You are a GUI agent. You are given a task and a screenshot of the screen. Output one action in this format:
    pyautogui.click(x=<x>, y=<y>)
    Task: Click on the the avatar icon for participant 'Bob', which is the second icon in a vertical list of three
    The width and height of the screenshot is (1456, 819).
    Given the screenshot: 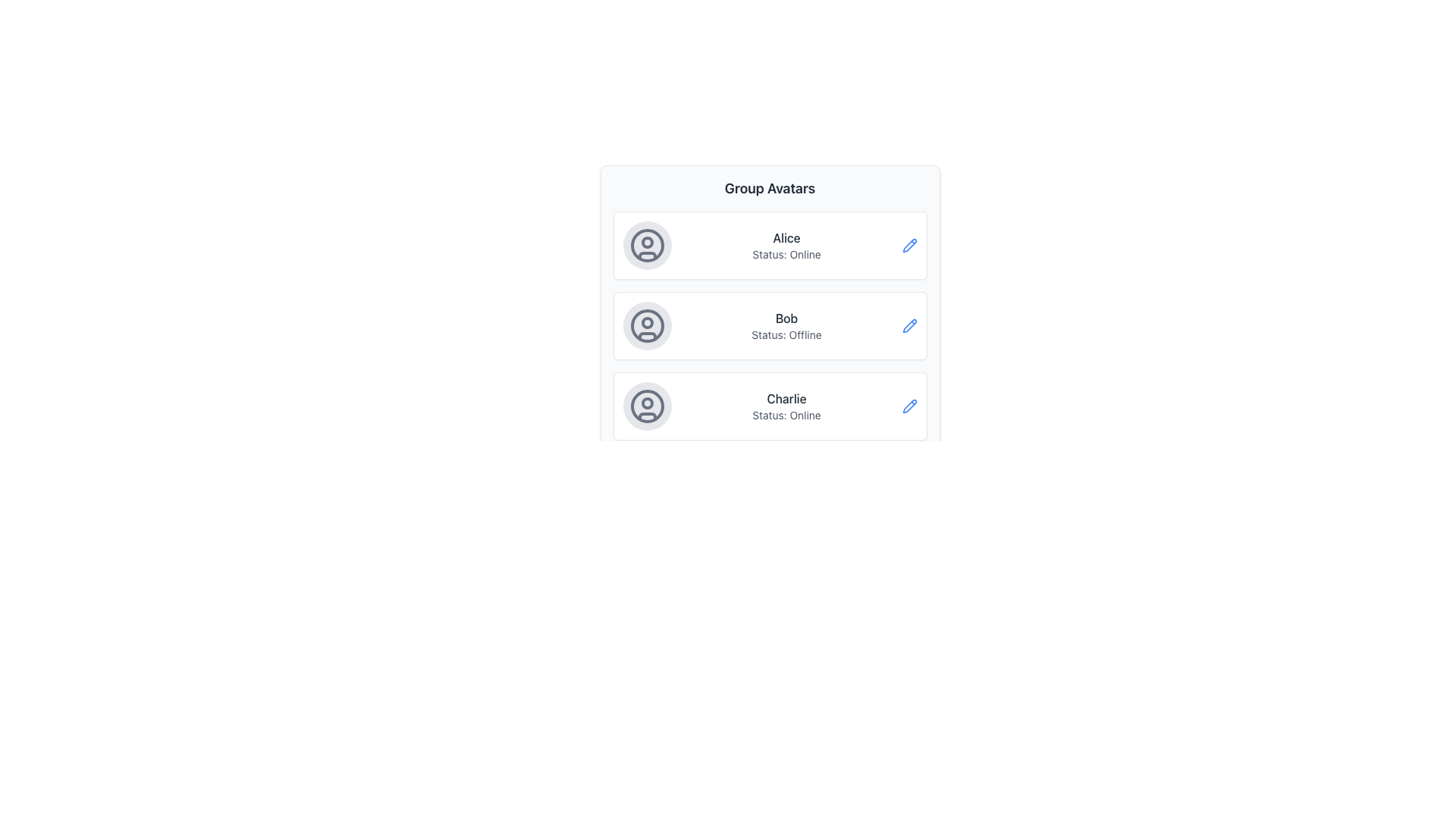 What is the action you would take?
    pyautogui.click(x=647, y=325)
    